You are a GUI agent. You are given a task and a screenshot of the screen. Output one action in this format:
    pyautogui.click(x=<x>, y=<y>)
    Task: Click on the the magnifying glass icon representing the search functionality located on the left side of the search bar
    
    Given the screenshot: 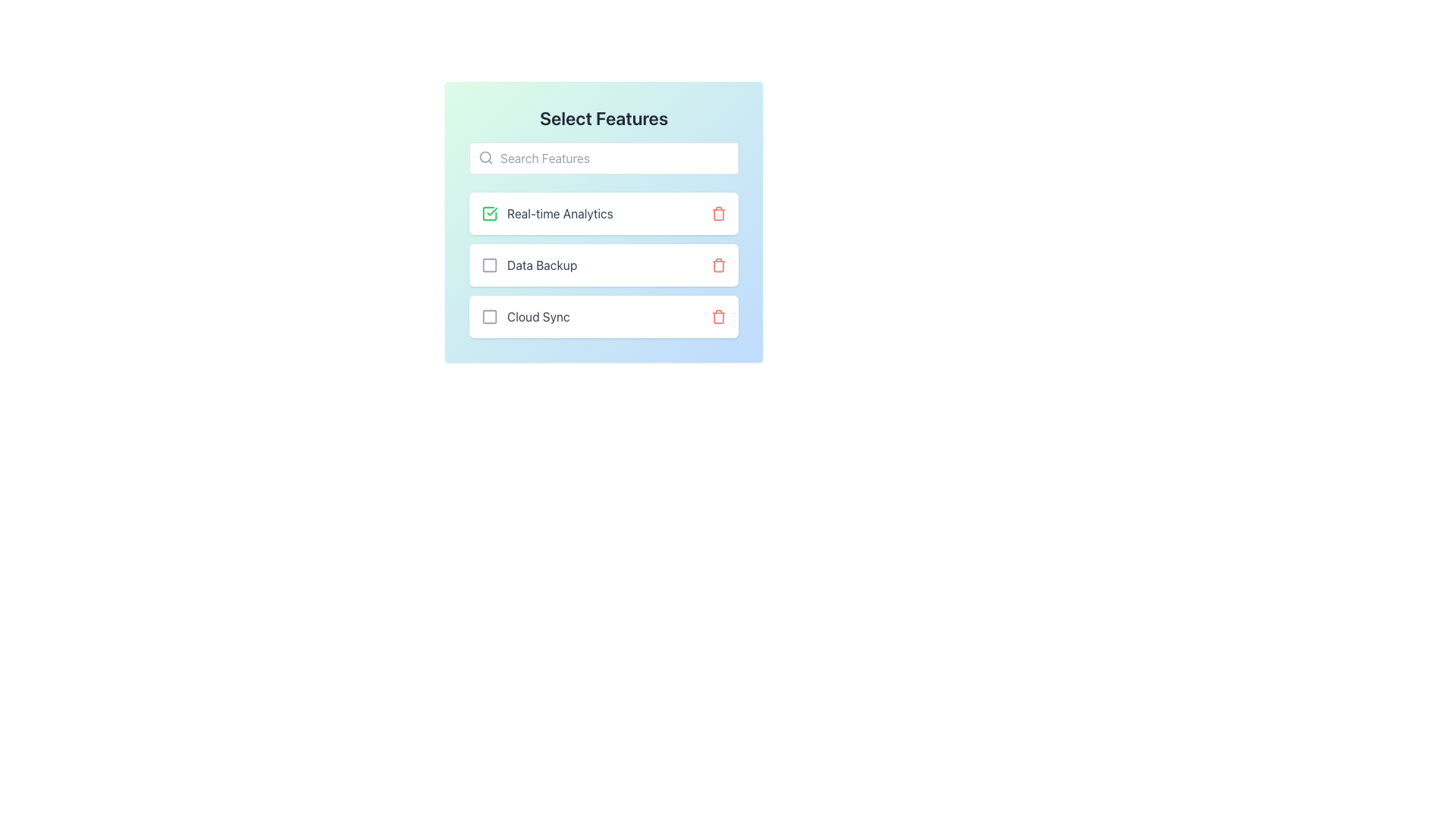 What is the action you would take?
    pyautogui.click(x=486, y=158)
    